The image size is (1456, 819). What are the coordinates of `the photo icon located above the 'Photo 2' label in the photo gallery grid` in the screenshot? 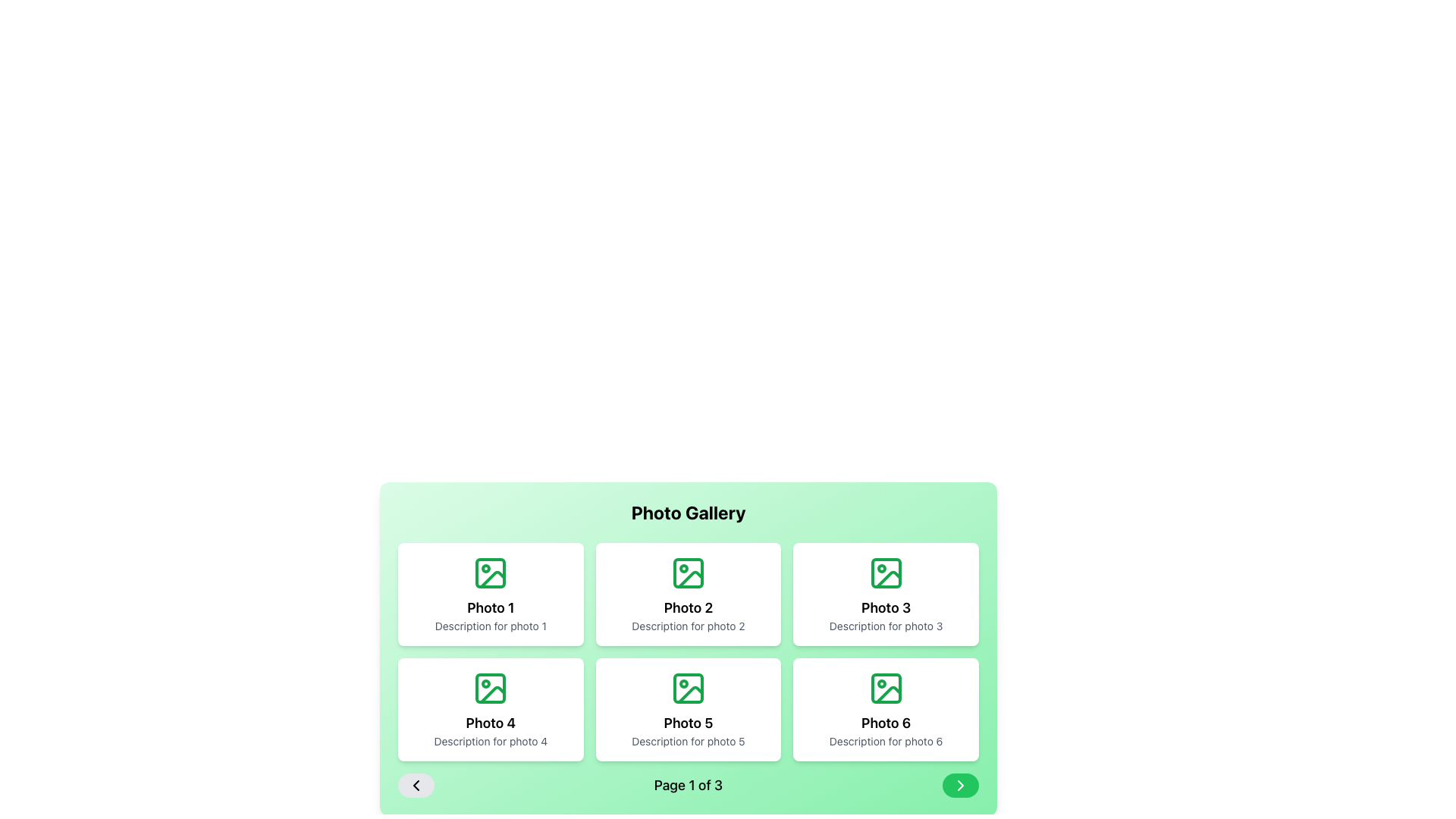 It's located at (687, 573).